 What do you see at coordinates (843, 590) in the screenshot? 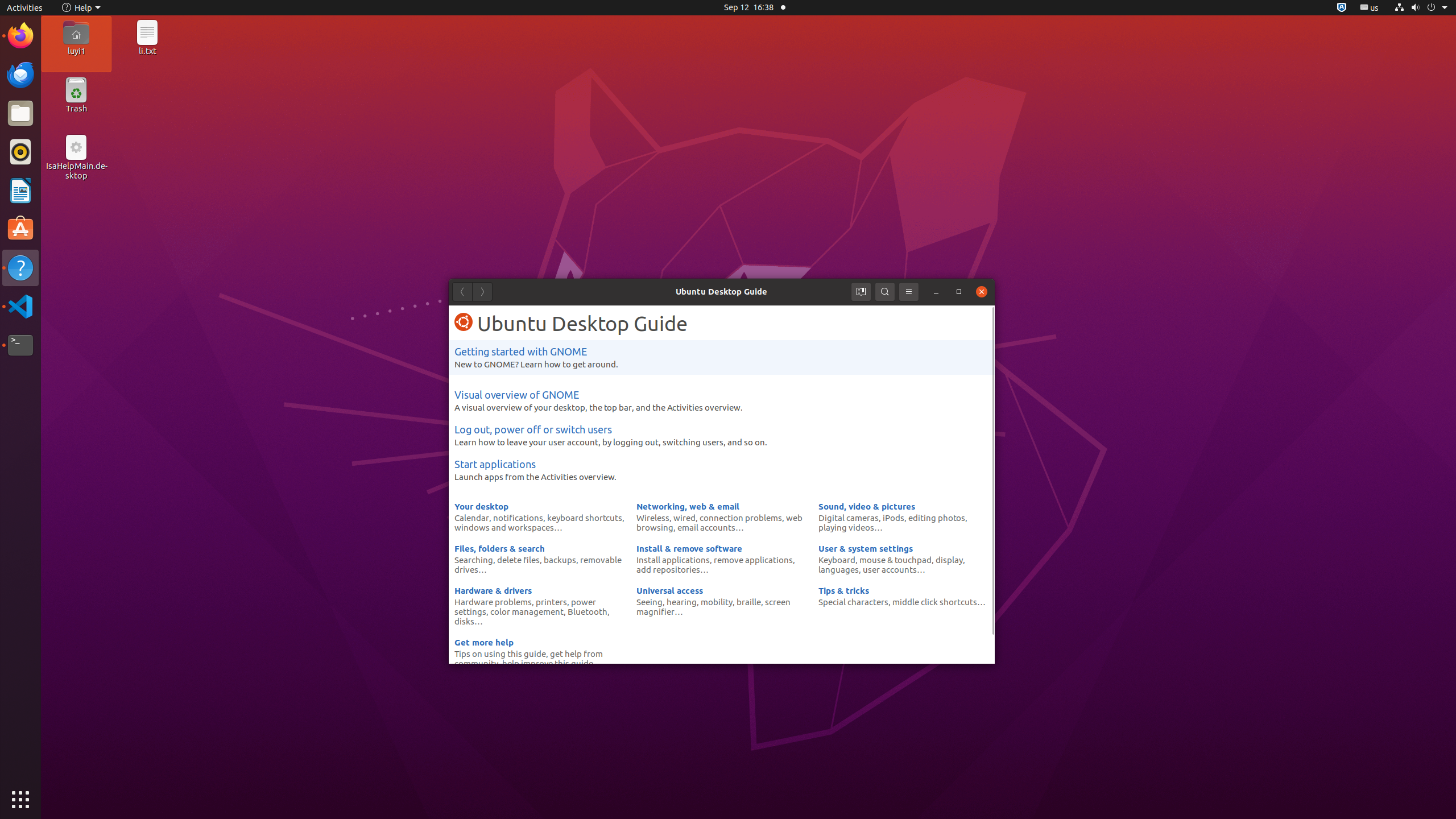
I see `'Tips & tricks'` at bounding box center [843, 590].